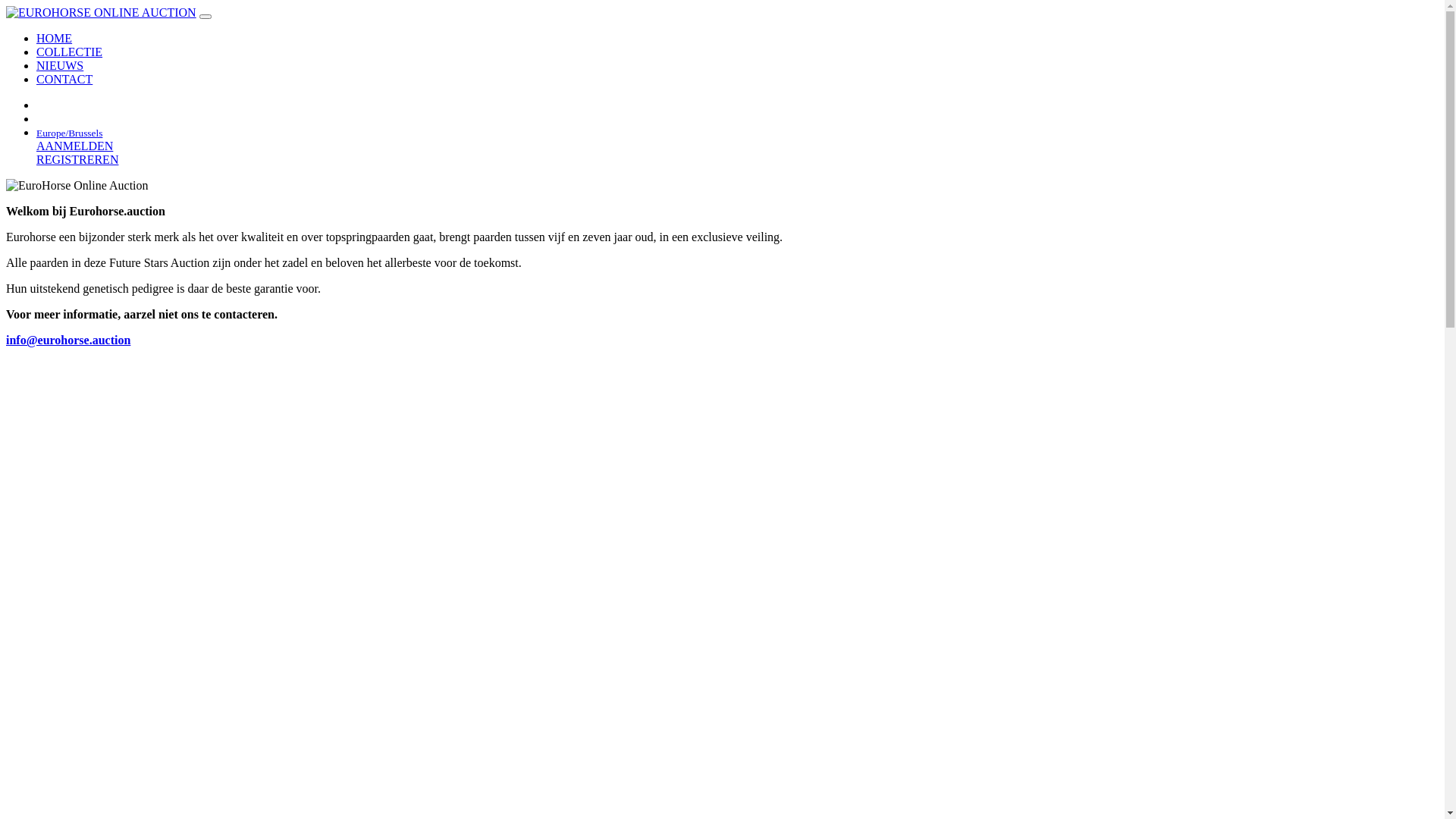 The width and height of the screenshot is (1456, 819). What do you see at coordinates (68, 131) in the screenshot?
I see `'Europe/Brussels'` at bounding box center [68, 131].